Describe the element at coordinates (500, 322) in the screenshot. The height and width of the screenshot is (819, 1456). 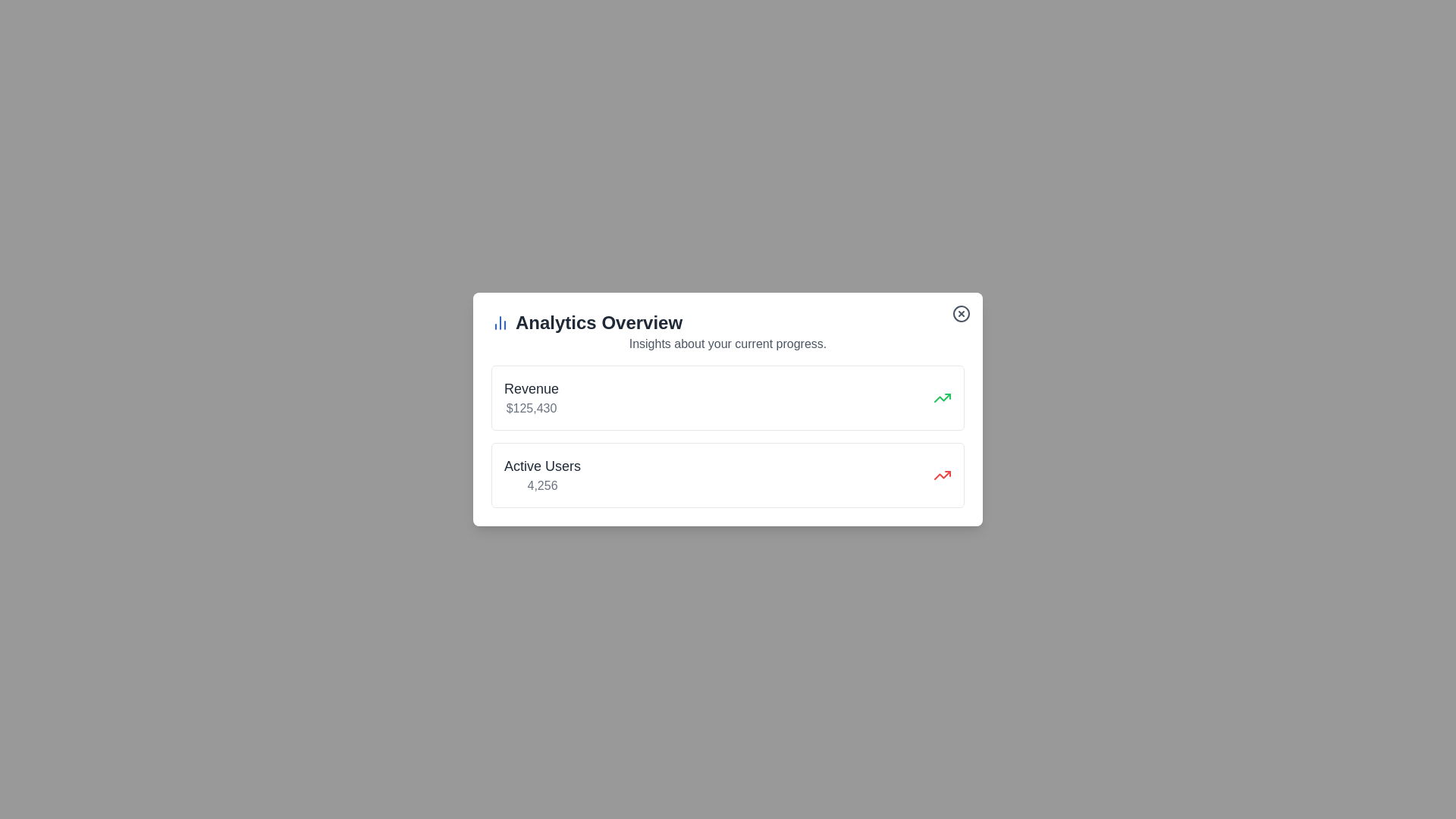
I see `the blue icon resembling a bar chart, which is located to the left of the 'Analytics Overview' title text` at that location.